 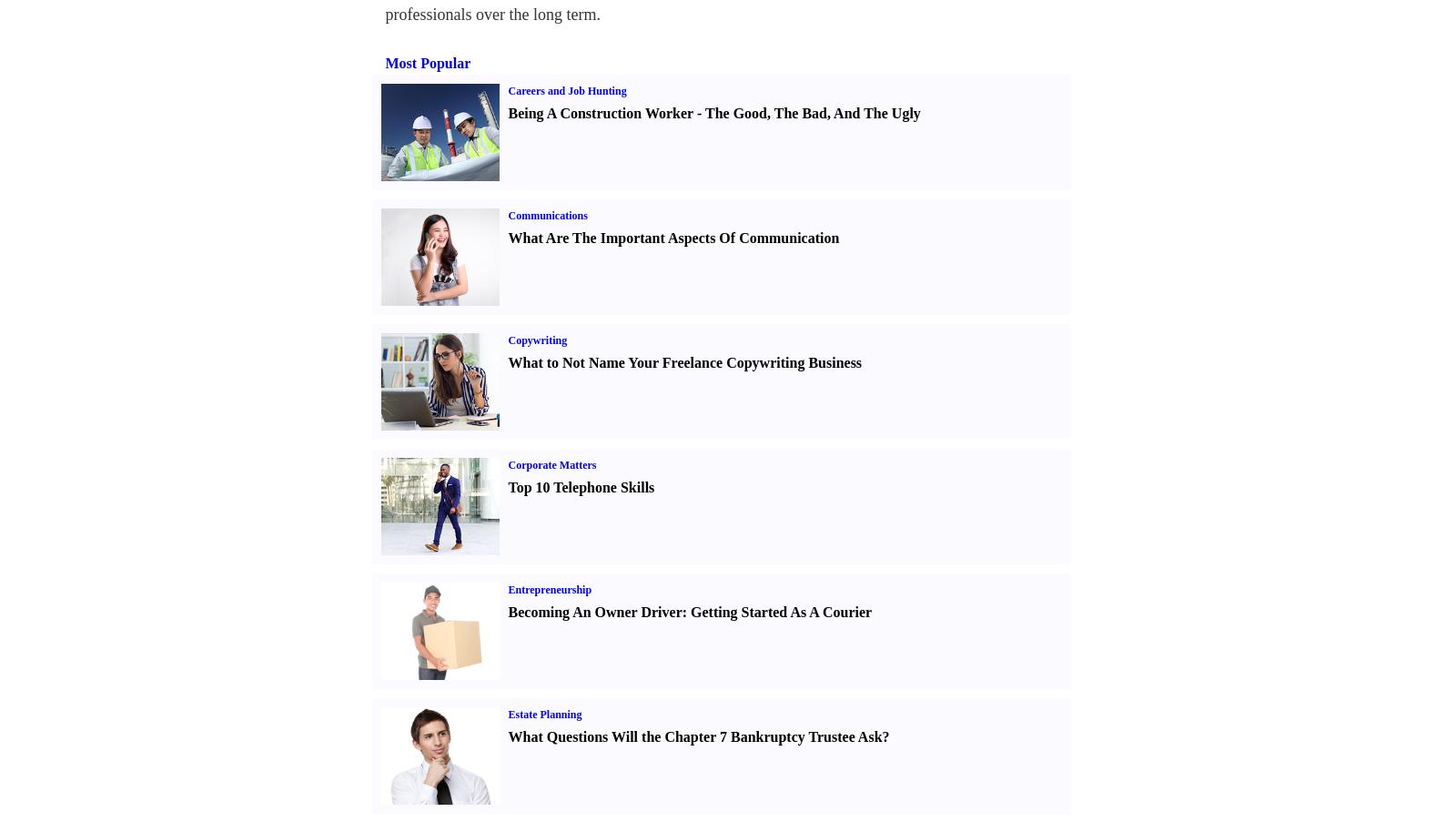 What do you see at coordinates (884, 736) in the screenshot?
I see `'?'` at bounding box center [884, 736].